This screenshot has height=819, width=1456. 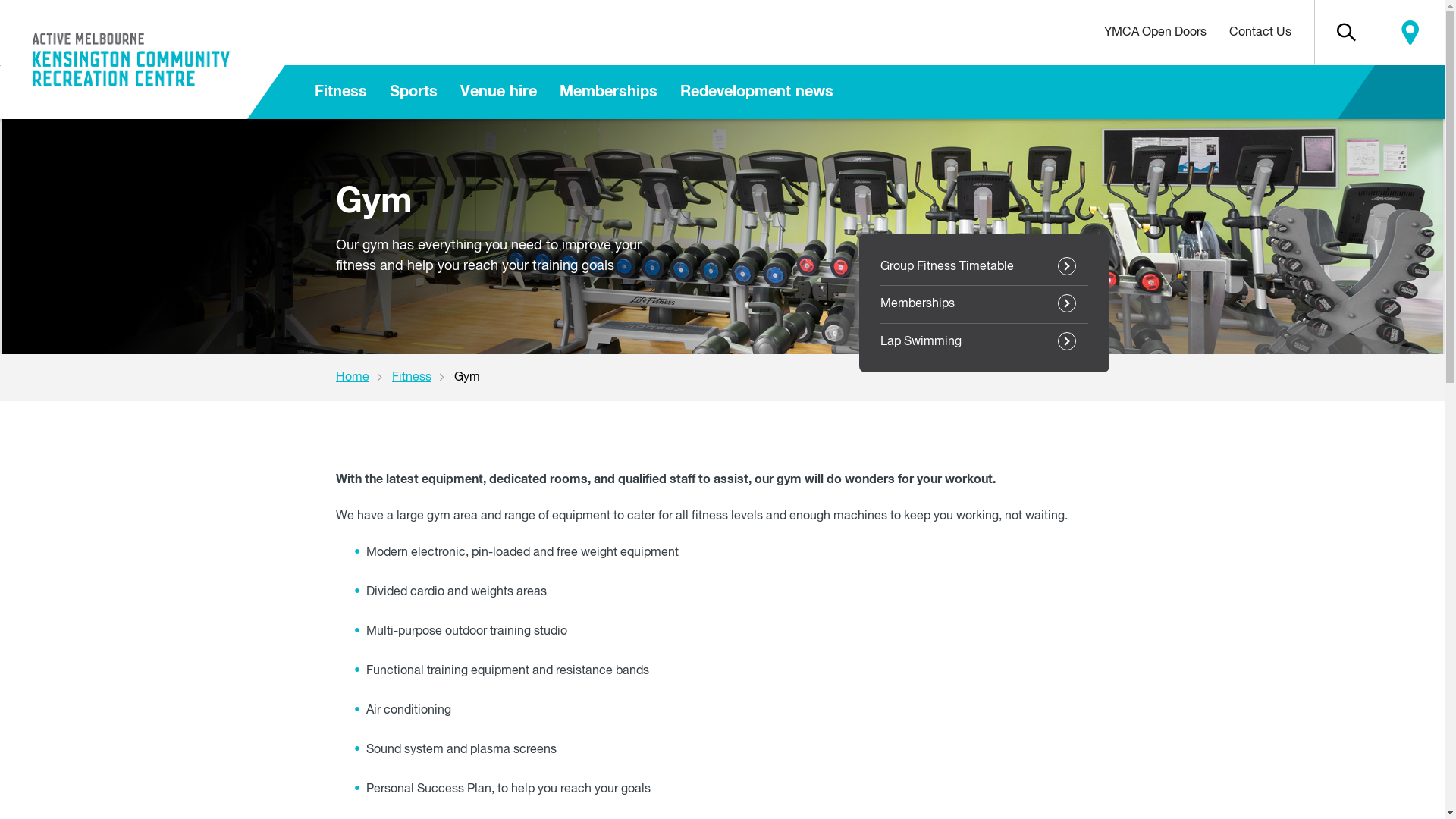 I want to click on 'Venue hire', so click(x=498, y=92).